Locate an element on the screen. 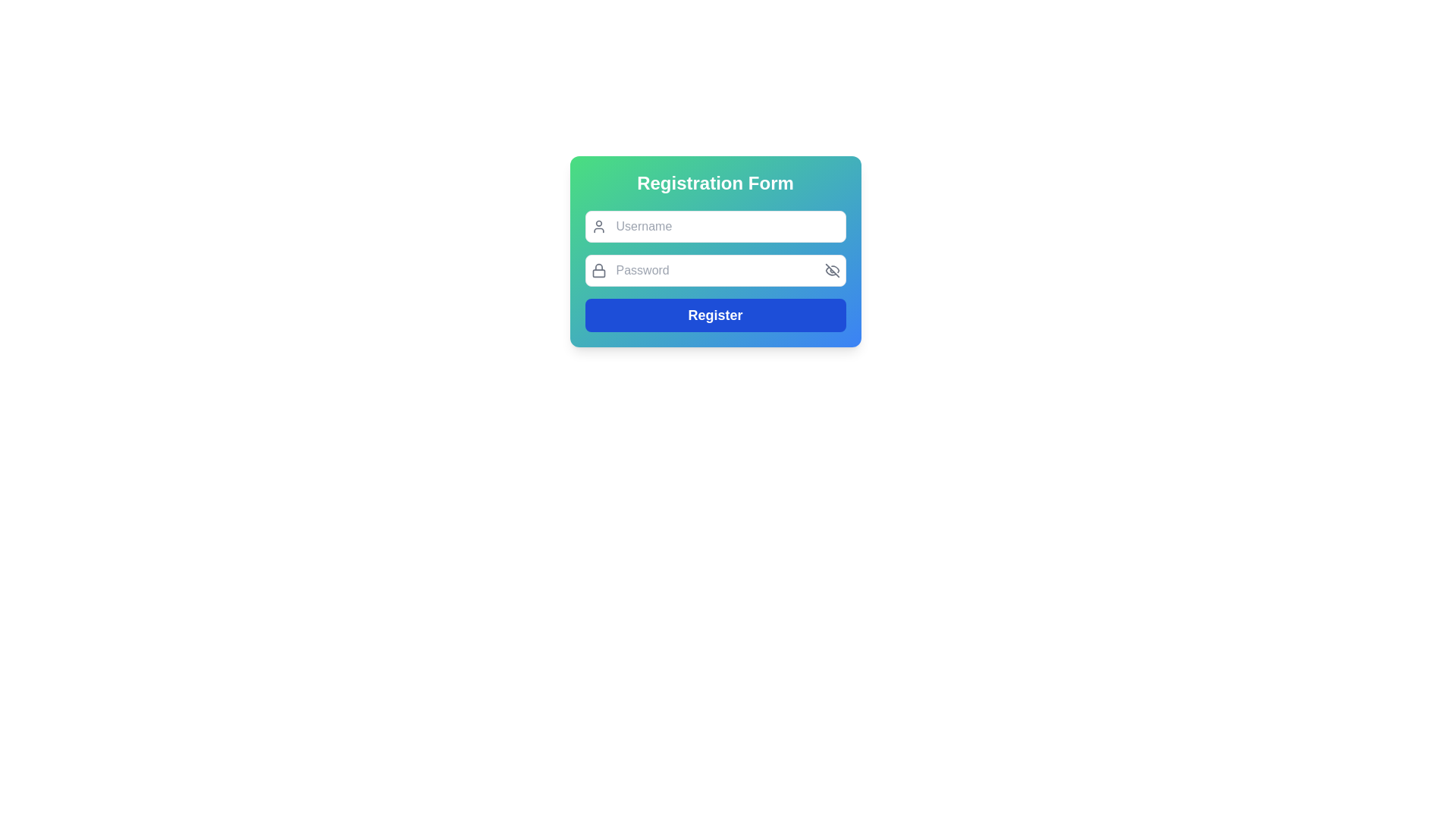  the eye-off icon button located at the right extremity of the password input field is located at coordinates (831, 270).